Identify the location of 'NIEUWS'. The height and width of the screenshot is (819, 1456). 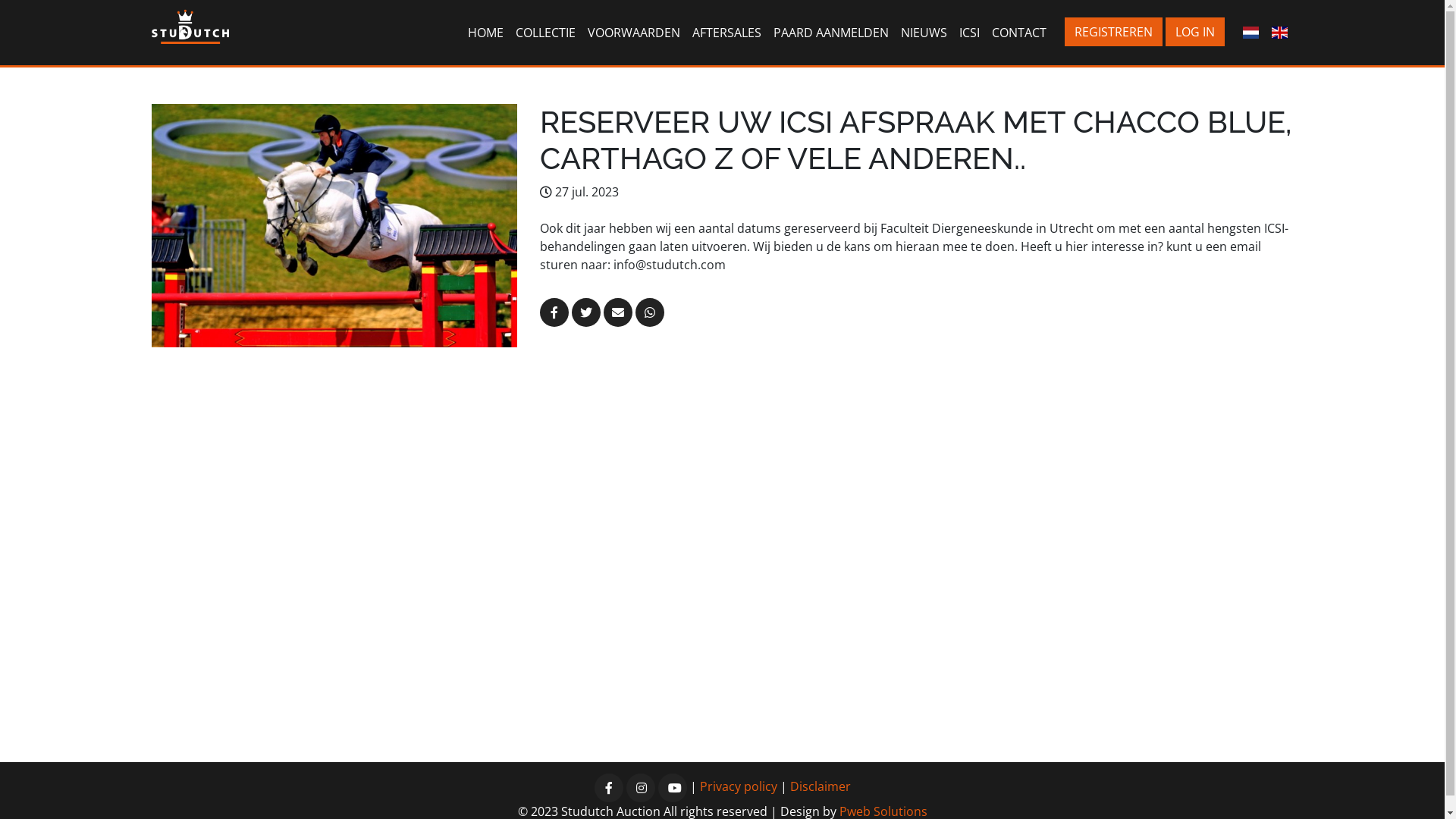
(895, 32).